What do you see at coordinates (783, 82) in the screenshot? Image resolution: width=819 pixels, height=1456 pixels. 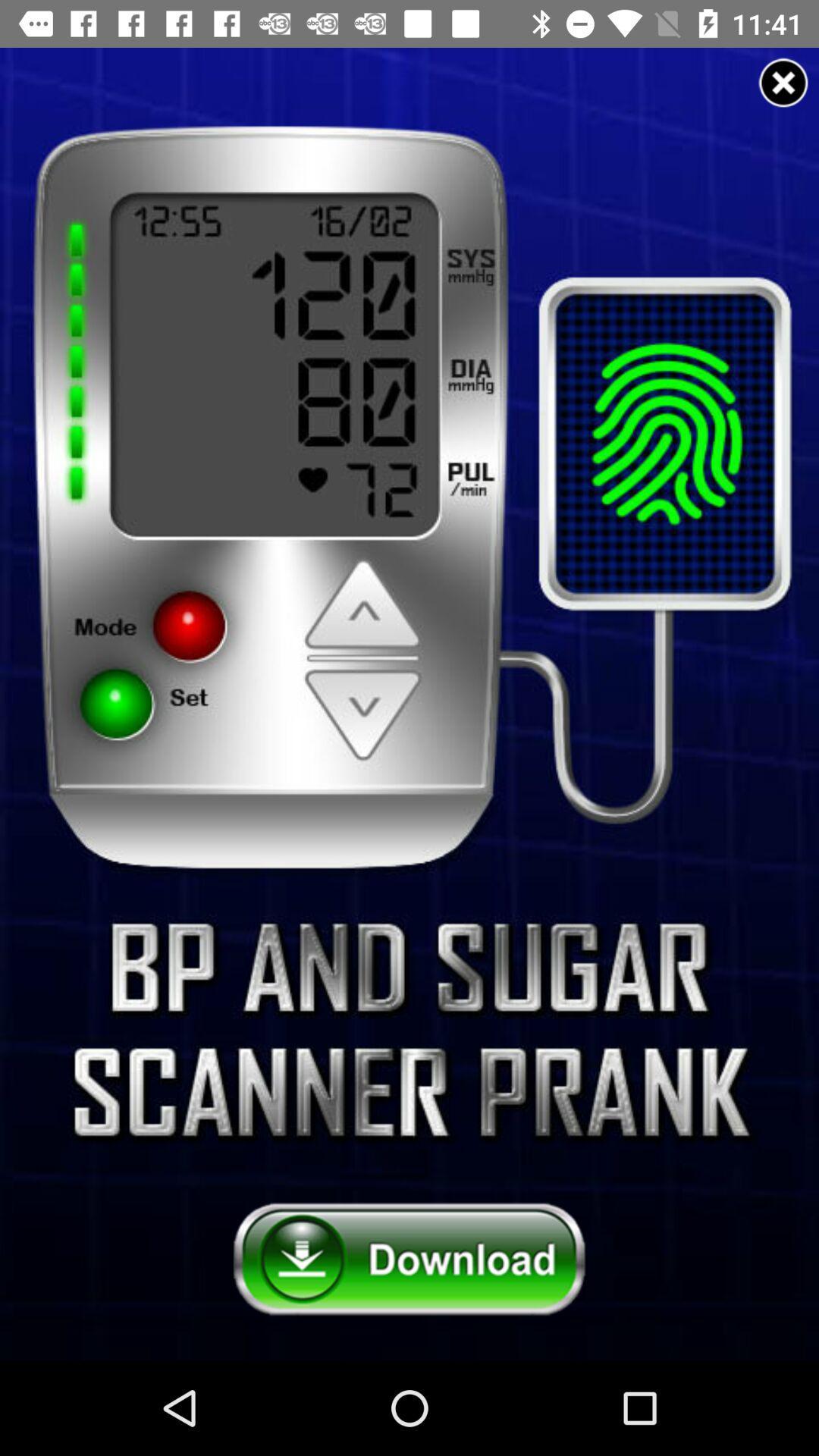 I see `window` at bounding box center [783, 82].